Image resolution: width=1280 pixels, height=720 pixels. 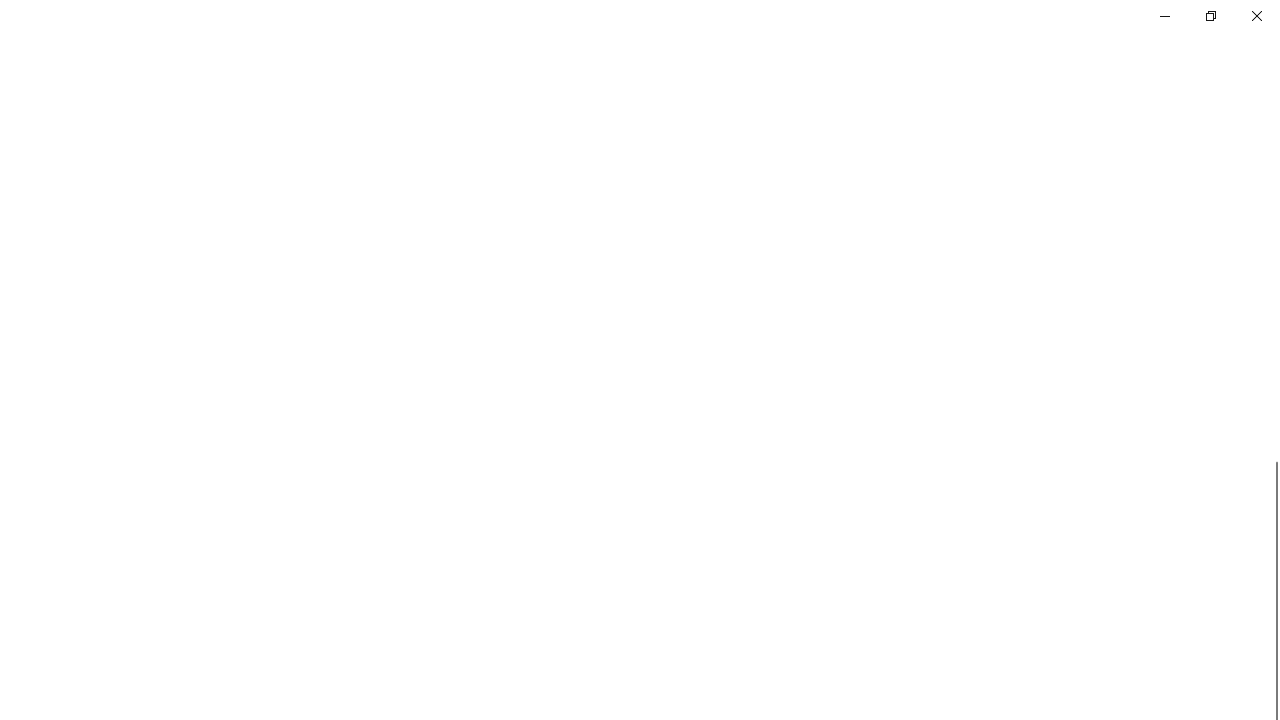 What do you see at coordinates (1255, 15) in the screenshot?
I see `'Close Settings'` at bounding box center [1255, 15].